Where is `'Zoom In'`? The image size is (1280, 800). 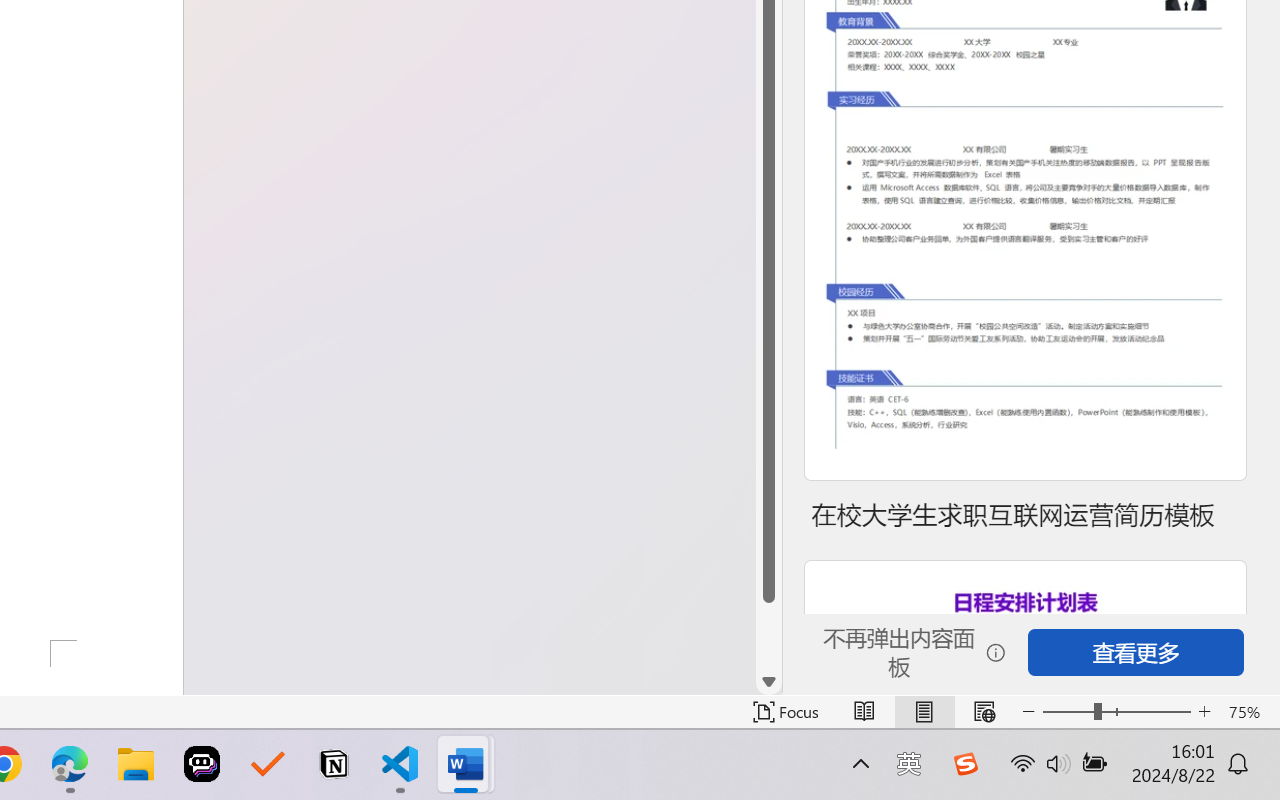 'Zoom In' is located at coordinates (1204, 711).